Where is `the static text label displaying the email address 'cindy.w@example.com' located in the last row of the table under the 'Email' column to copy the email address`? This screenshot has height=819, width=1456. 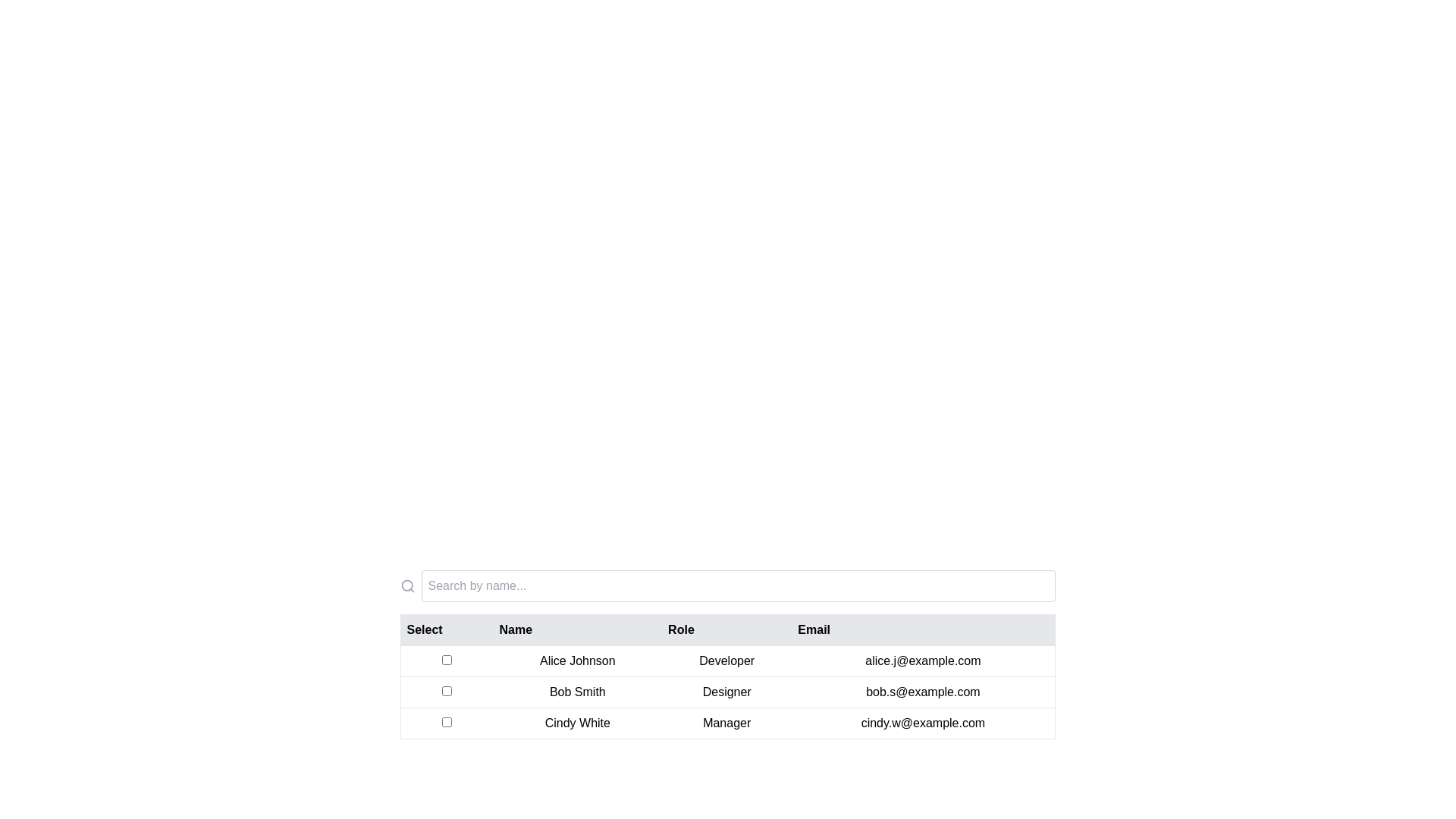 the static text label displaying the email address 'cindy.w@example.com' located in the last row of the table under the 'Email' column to copy the email address is located at coordinates (922, 722).